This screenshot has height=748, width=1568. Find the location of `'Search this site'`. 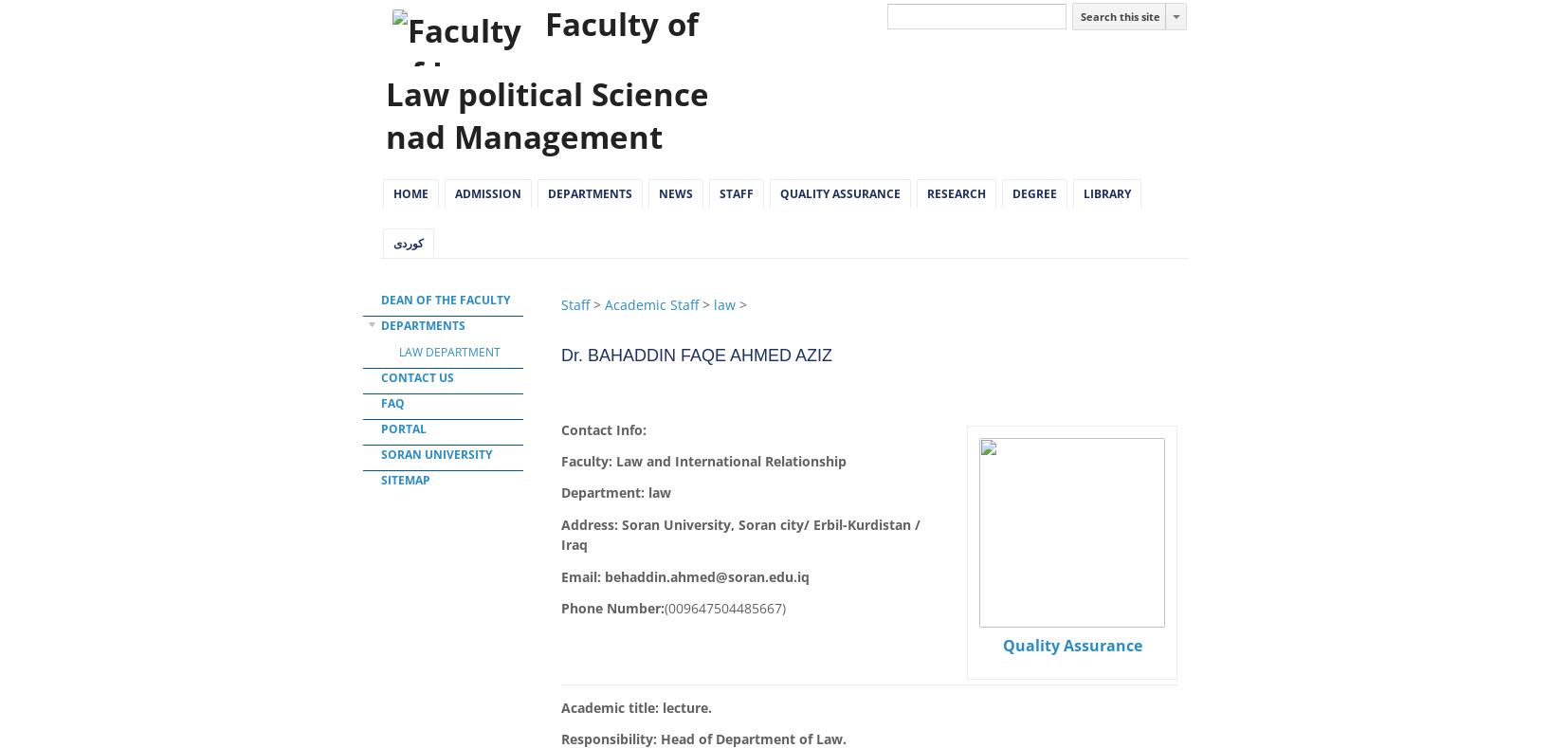

'Search this site' is located at coordinates (1079, 15).